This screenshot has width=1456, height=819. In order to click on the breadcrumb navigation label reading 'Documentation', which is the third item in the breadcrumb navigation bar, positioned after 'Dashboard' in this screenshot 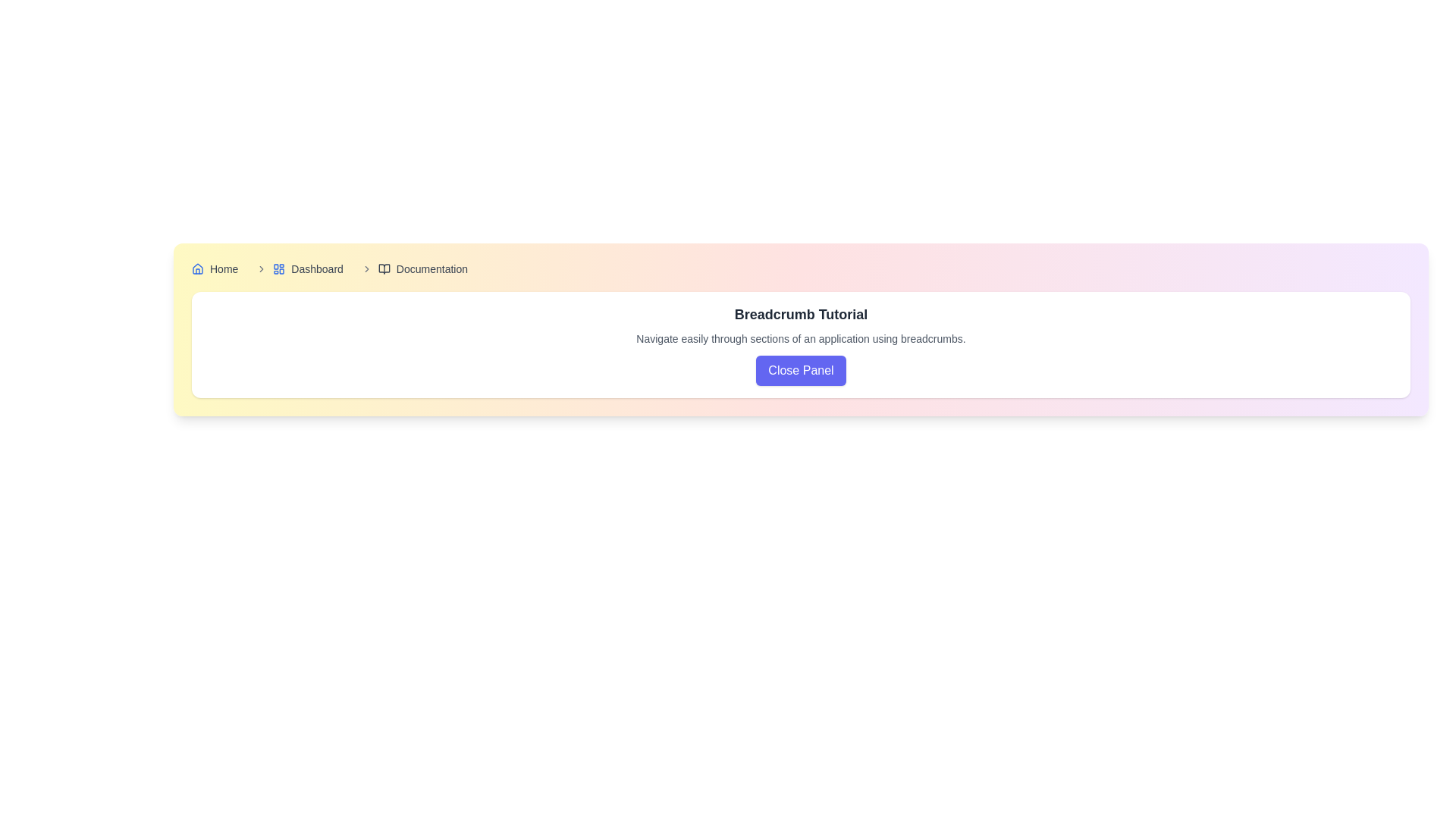, I will do `click(422, 268)`.